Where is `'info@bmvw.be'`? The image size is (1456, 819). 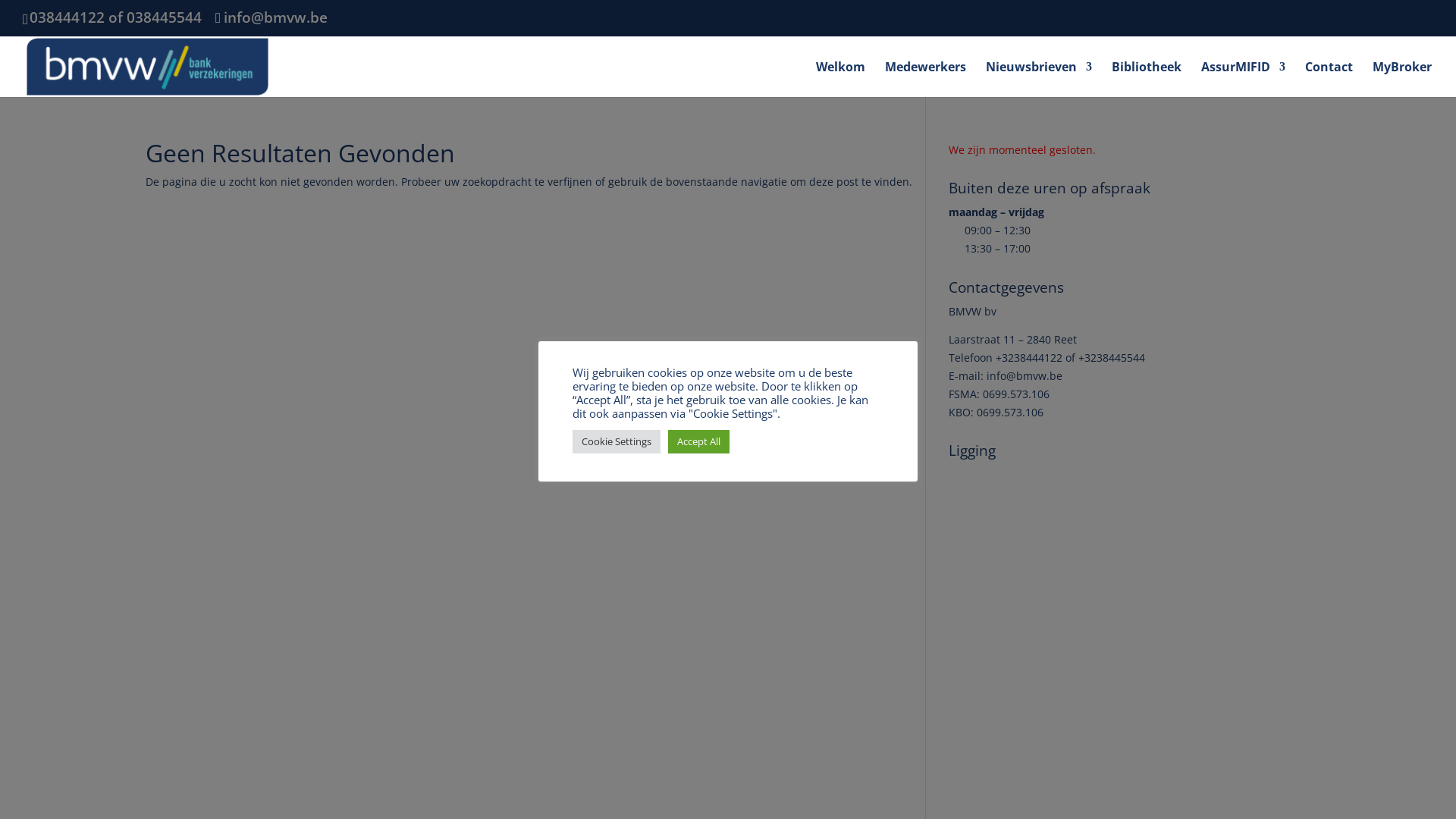 'info@bmvw.be' is located at coordinates (214, 17).